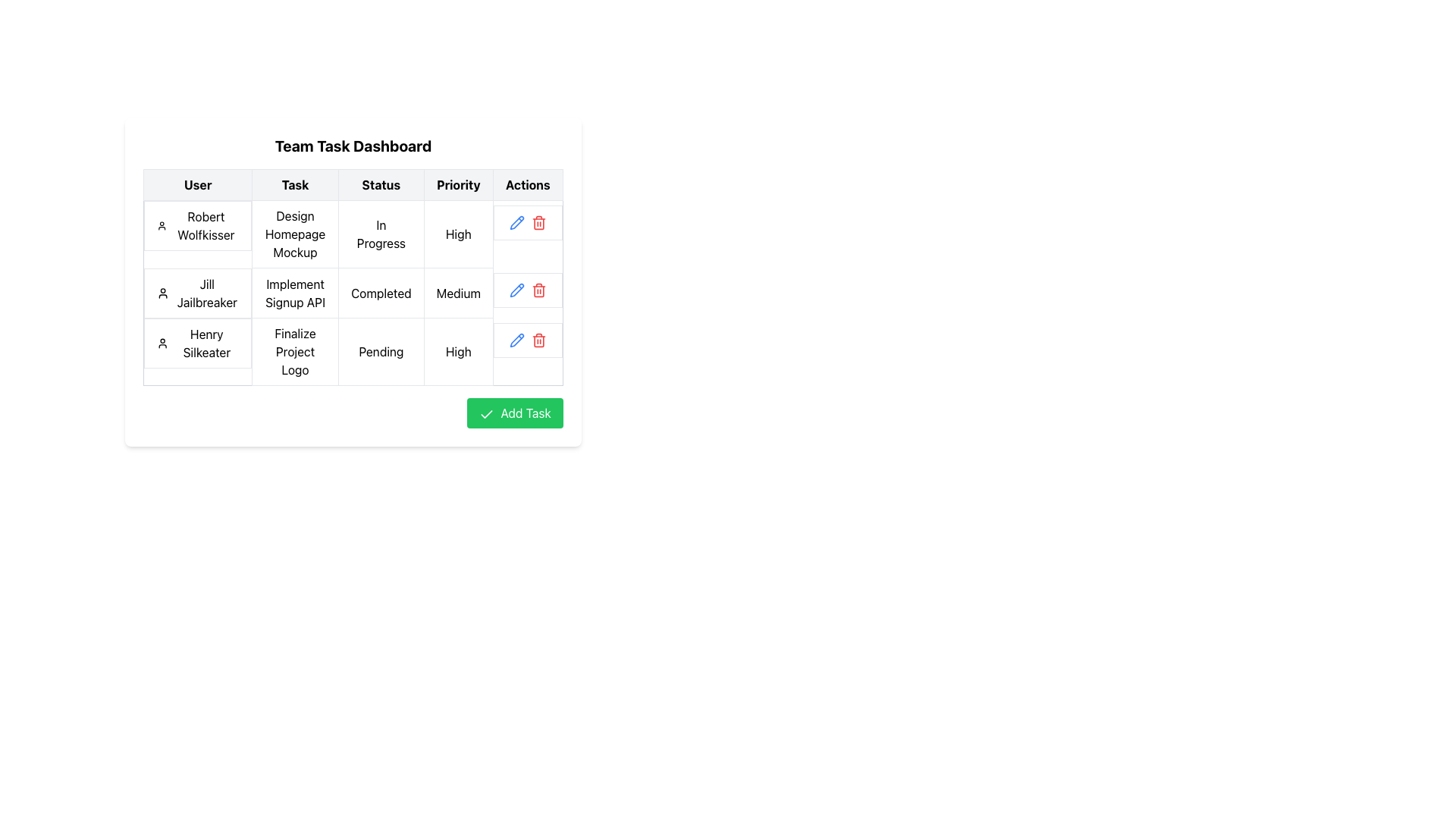 The width and height of the screenshot is (1456, 819). I want to click on the delete icon in the Actions column of the first row of the dashboard table, which is to the right of the Priority column displaying 'High', so click(528, 222).